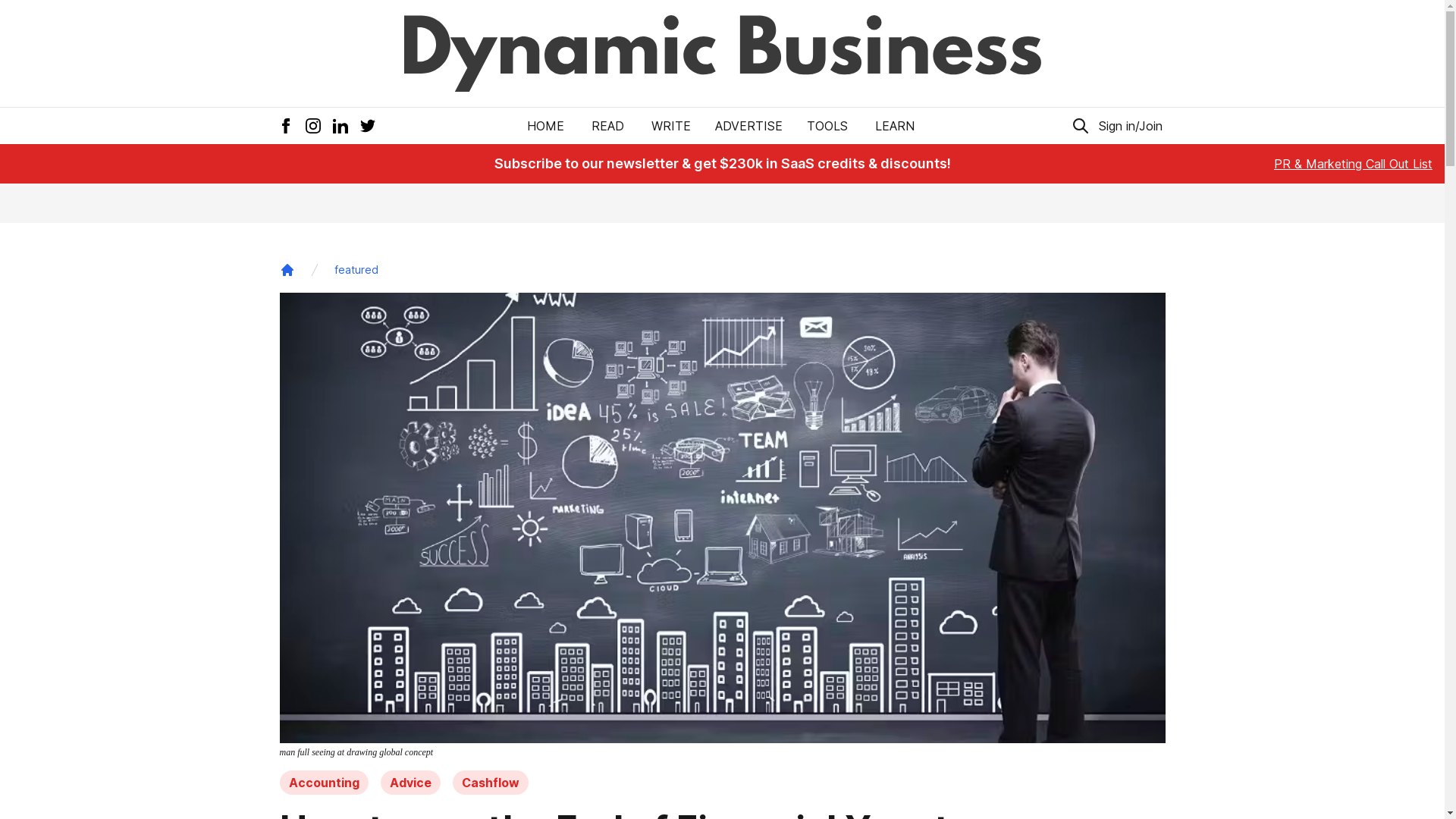 Image resolution: width=1456 pixels, height=819 pixels. Describe the element at coordinates (322, 783) in the screenshot. I see `'Accounting'` at that location.